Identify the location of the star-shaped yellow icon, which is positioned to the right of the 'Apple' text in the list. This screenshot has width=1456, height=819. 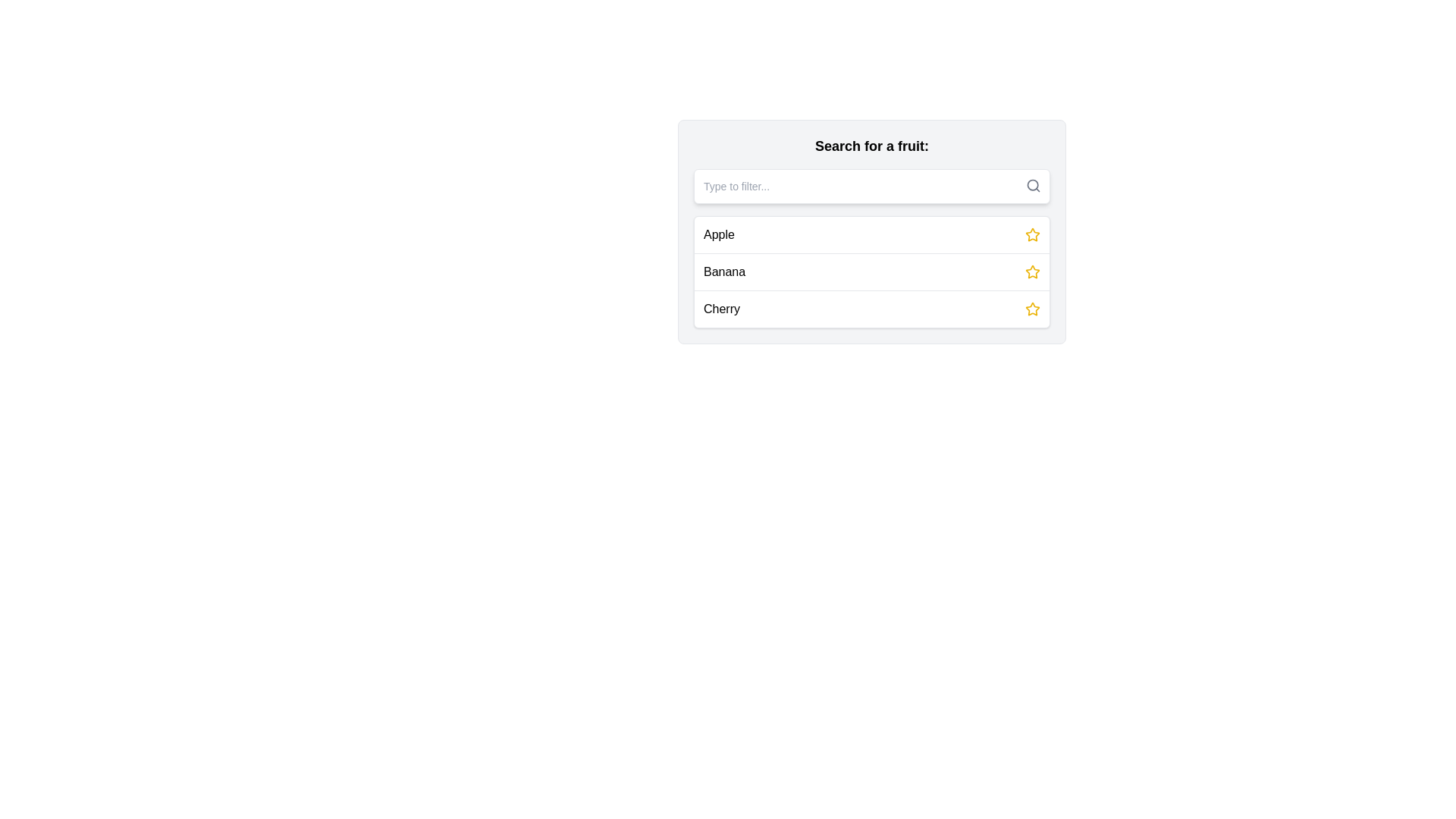
(1032, 234).